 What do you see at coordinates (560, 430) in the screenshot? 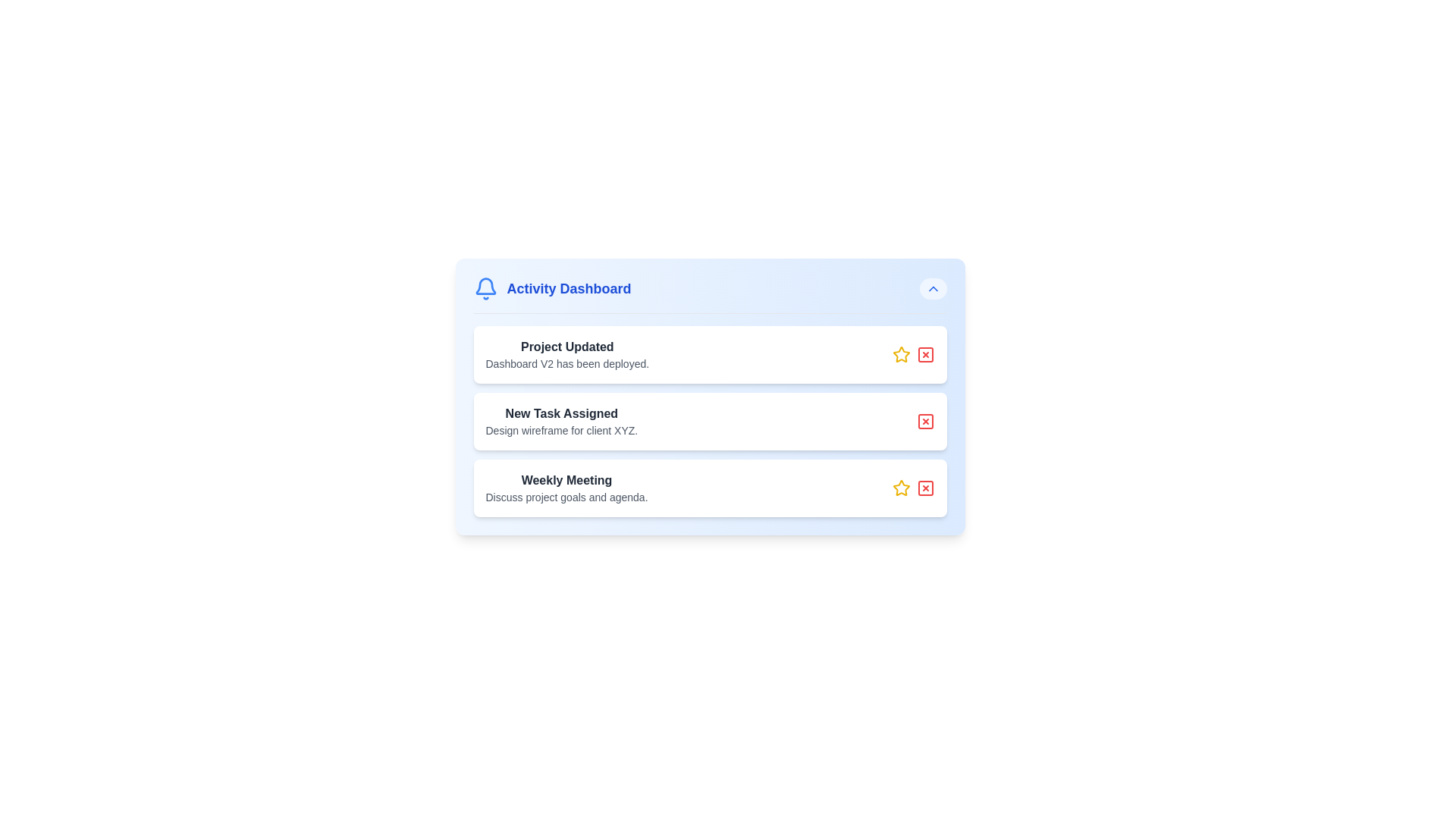
I see `the text label providing additional information for the 'New Task Assigned' notification, located directly beneath the notification in the list` at bounding box center [560, 430].